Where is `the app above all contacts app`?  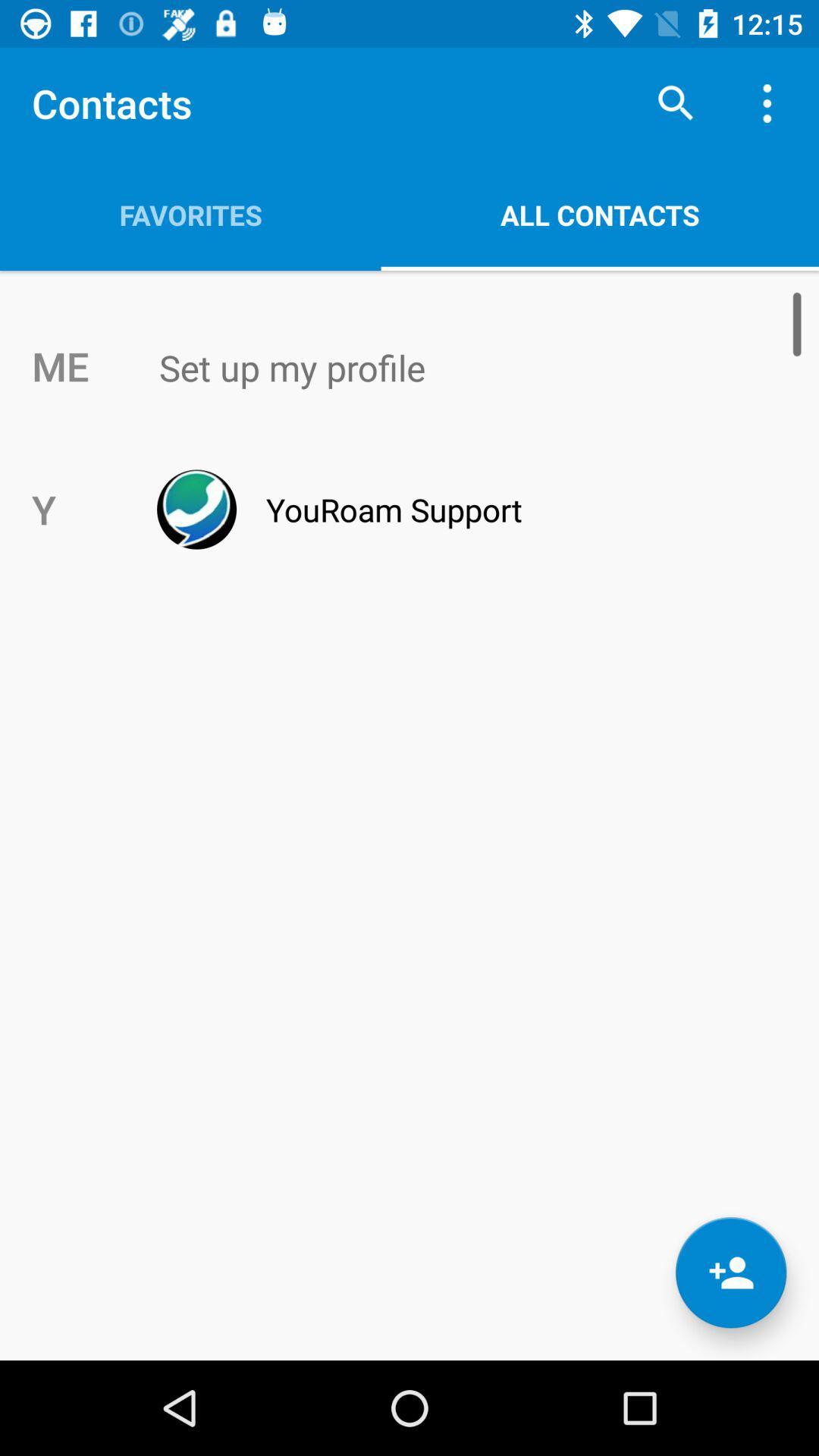 the app above all contacts app is located at coordinates (675, 102).